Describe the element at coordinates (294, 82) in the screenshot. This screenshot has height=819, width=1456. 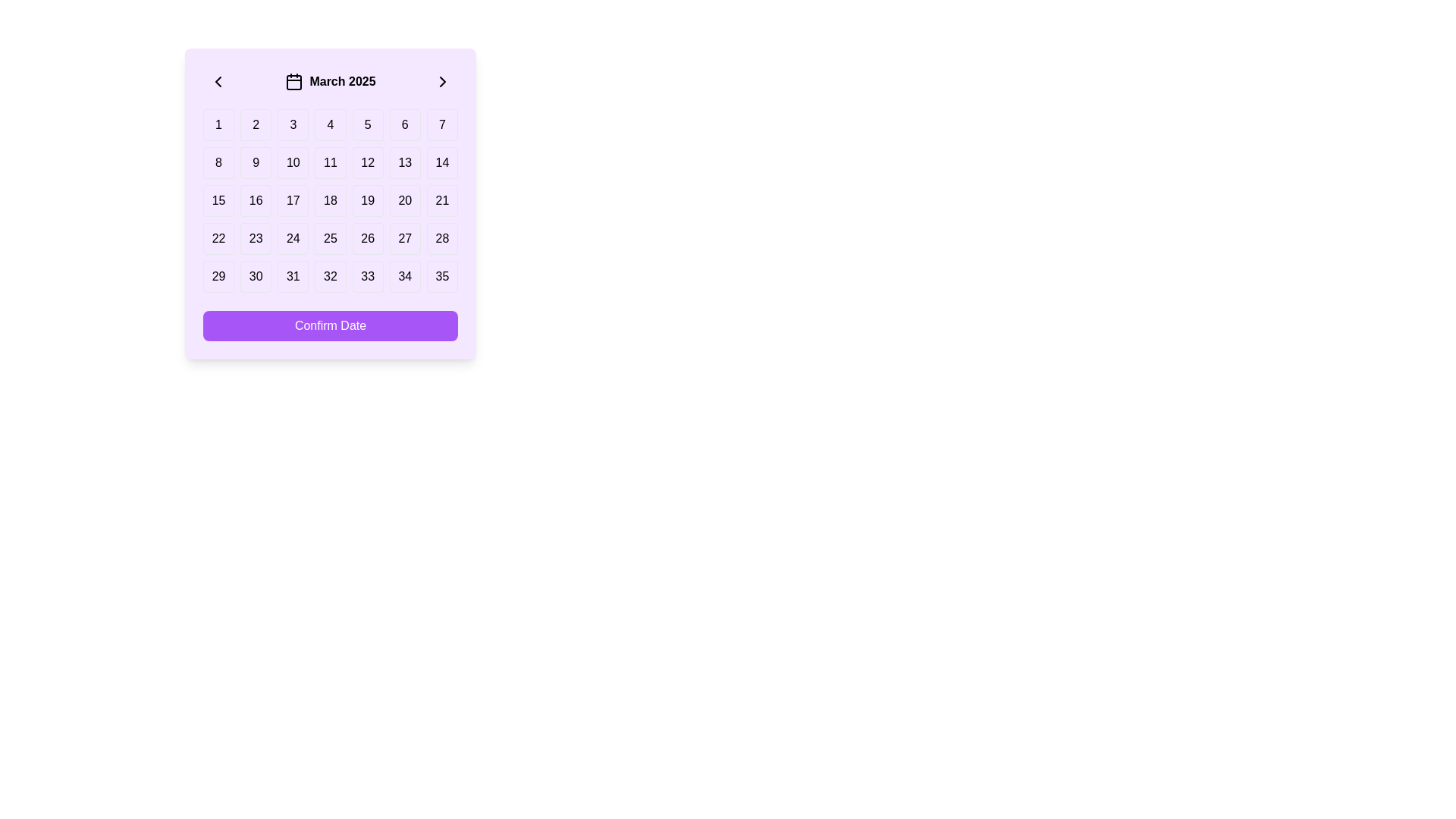
I see `the center of the calendar icon located in the header section of the date picker panel, preceding the text 'March 2025'` at that location.